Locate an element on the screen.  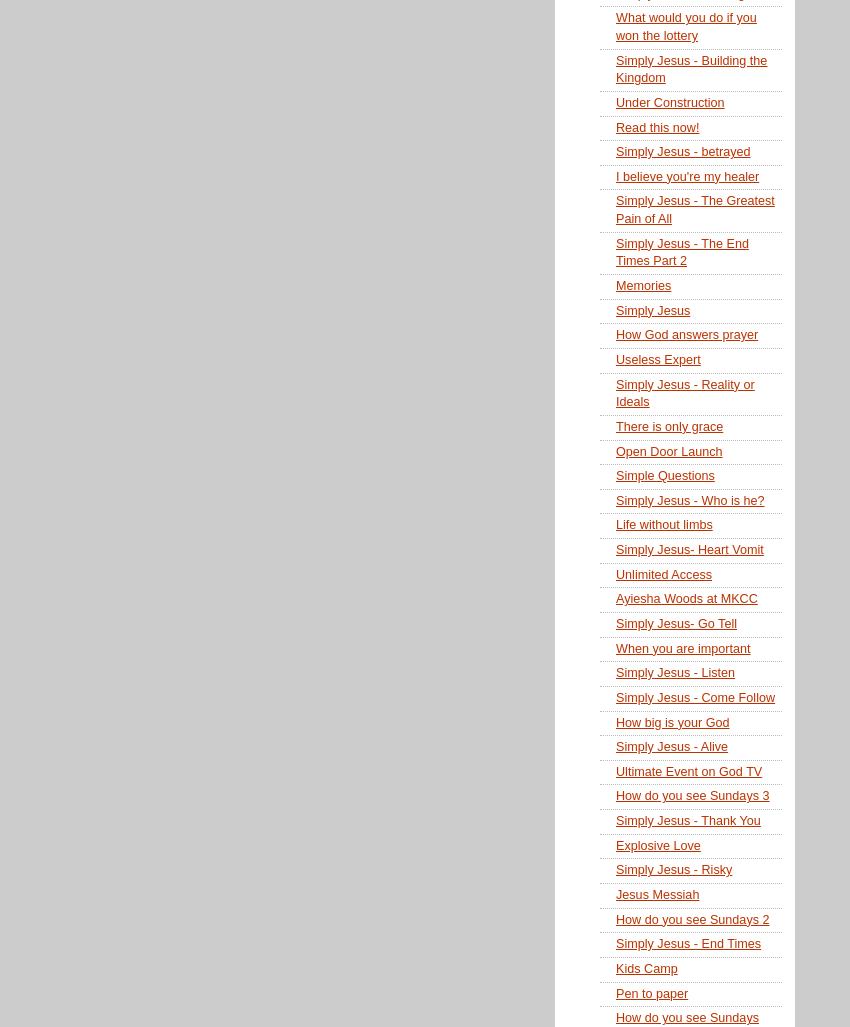
'Unlimited Access' is located at coordinates (664, 573).